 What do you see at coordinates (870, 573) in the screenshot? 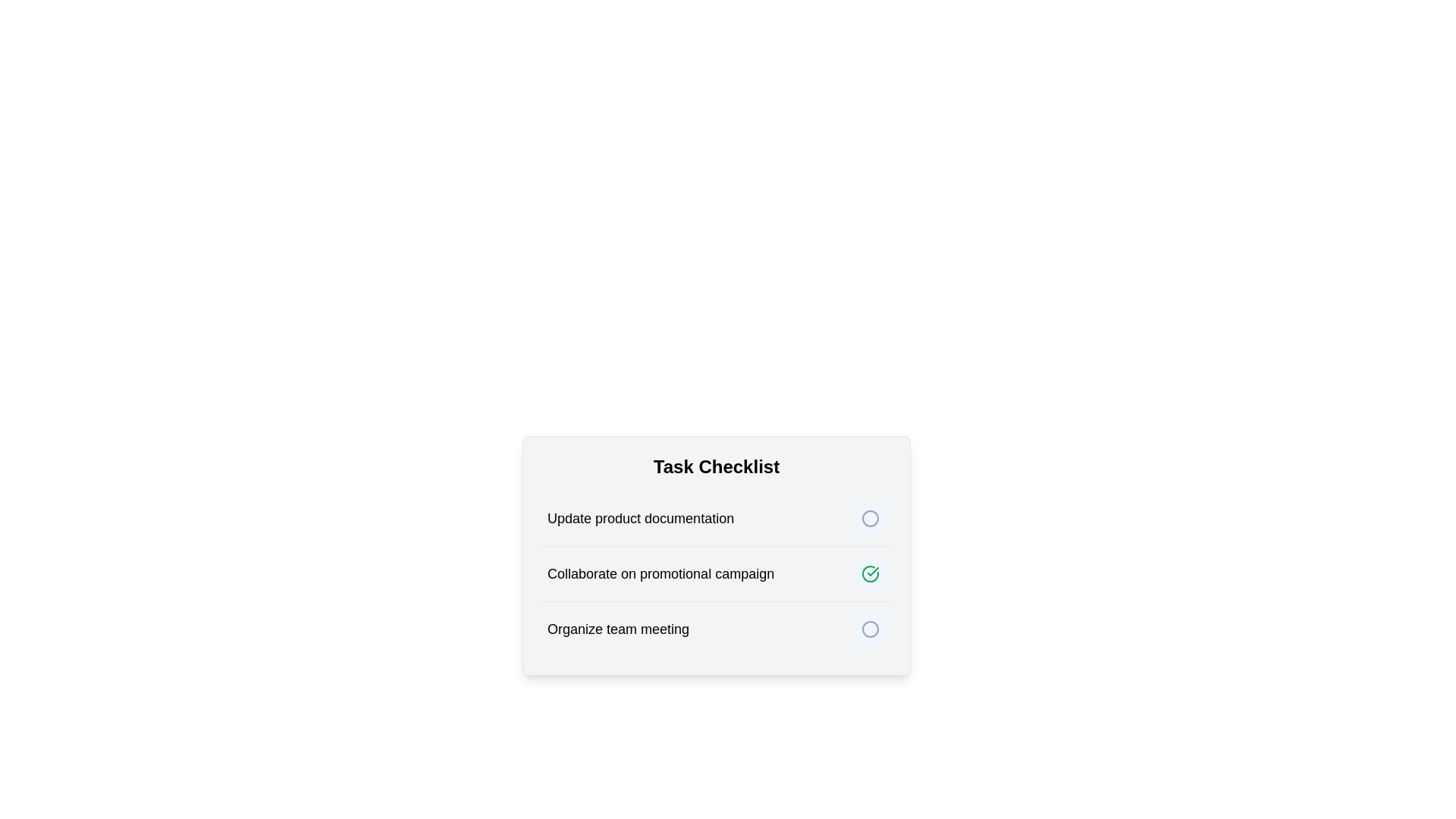
I see `the circular button with a green checkmark icon` at bounding box center [870, 573].